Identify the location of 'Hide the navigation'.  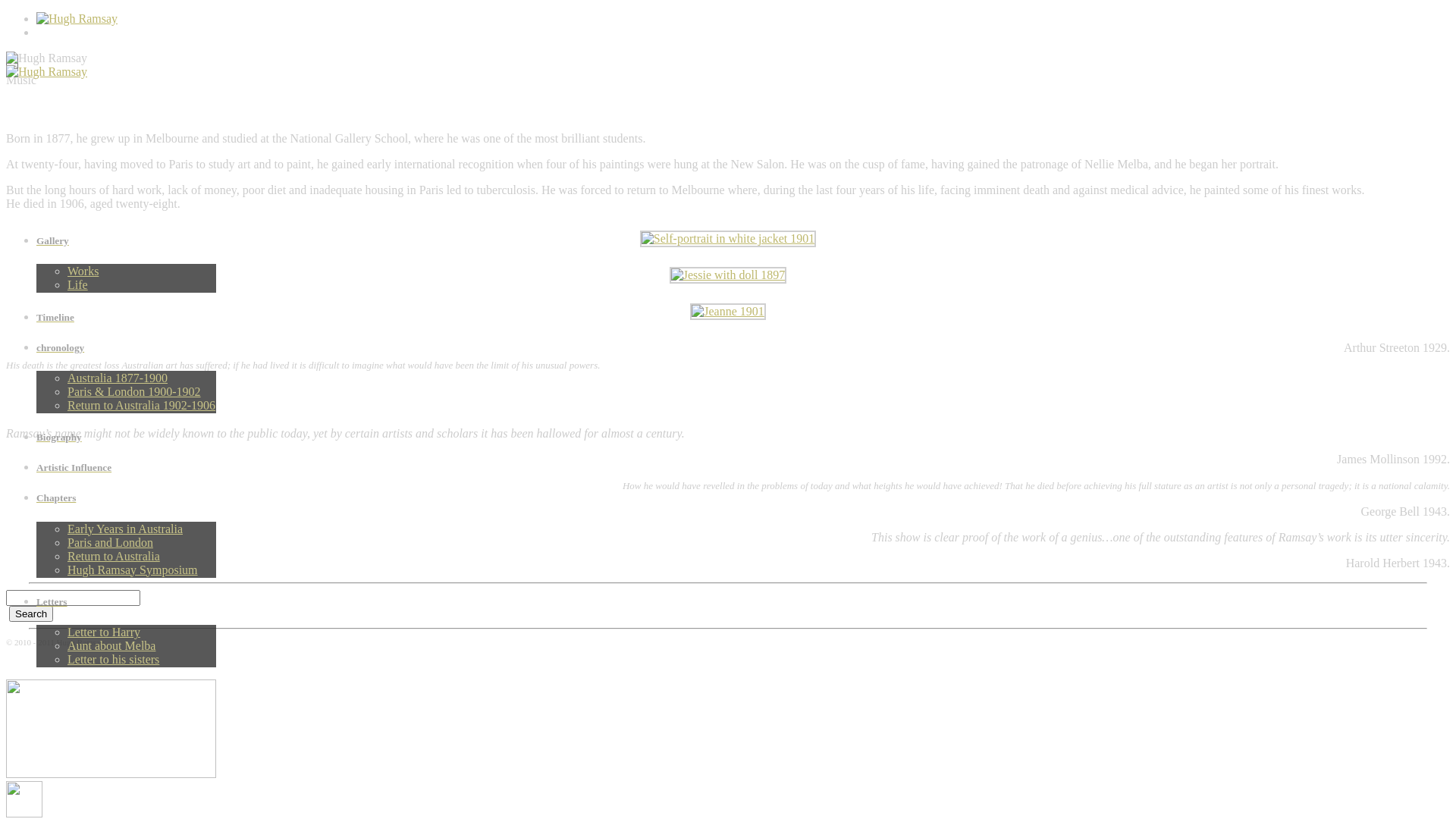
(24, 798).